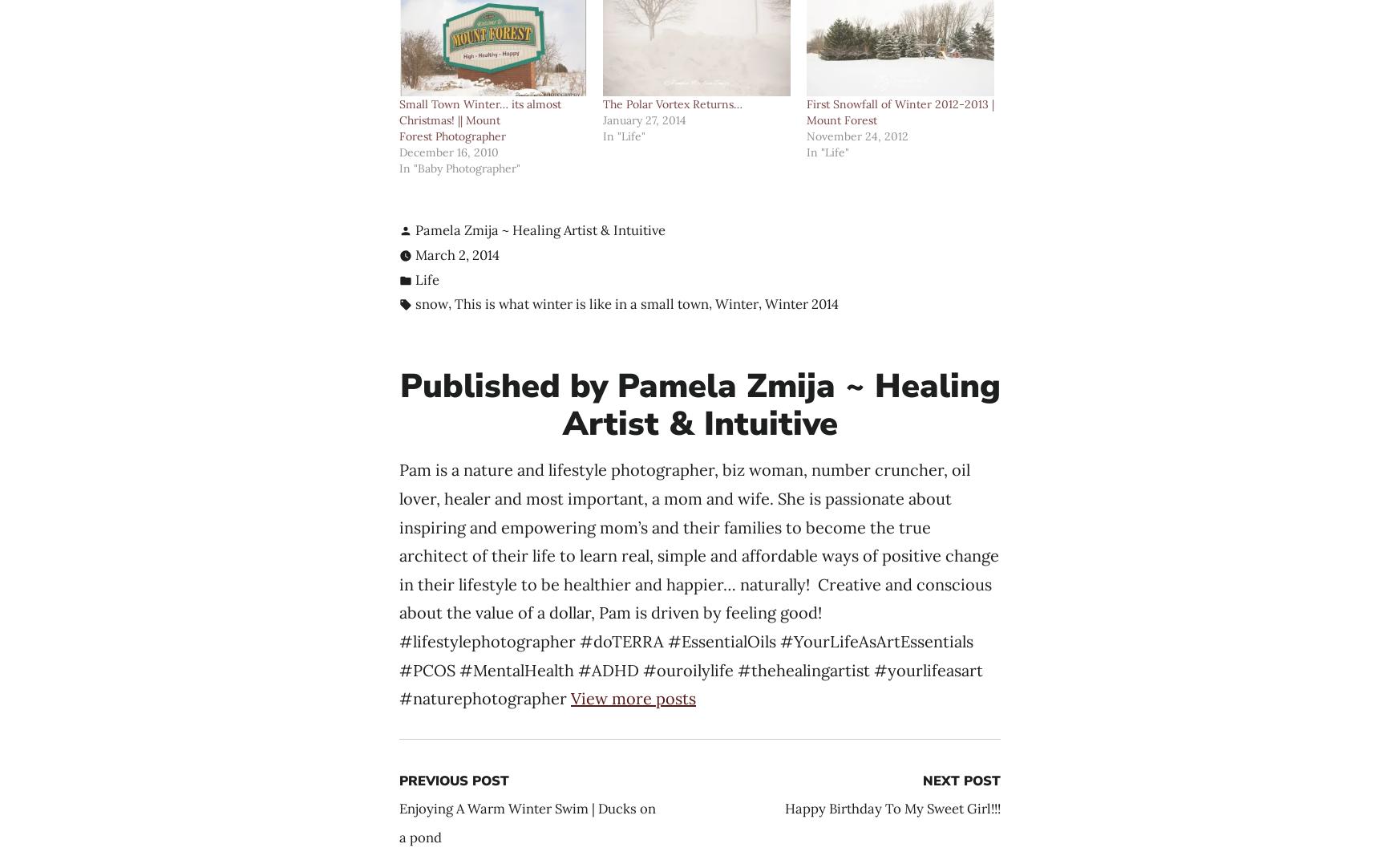 This screenshot has width=1400, height=856. I want to click on 'Pam is a nature and lifestyle photographer, biz woman, number cruncher, oil lover, healer and most important, a mom and wife. She is passionate about inspiring and empowering mom’s and their families to become the true architect of their life to learn real, simple and affordable ways of positive change in their lifestyle to be healthier and happier… naturally!  Creative and conscious about the value of a dollar, Pam is driven by feeling good!   #lifestylephotographer #doTERRA #EssentialOils #YourLifeAsArtEssentials  #PCOS #MentalHealth #ADHD #ouroilylife #thehealingartist #yourlifeasart #naturephotographer', so click(698, 583).